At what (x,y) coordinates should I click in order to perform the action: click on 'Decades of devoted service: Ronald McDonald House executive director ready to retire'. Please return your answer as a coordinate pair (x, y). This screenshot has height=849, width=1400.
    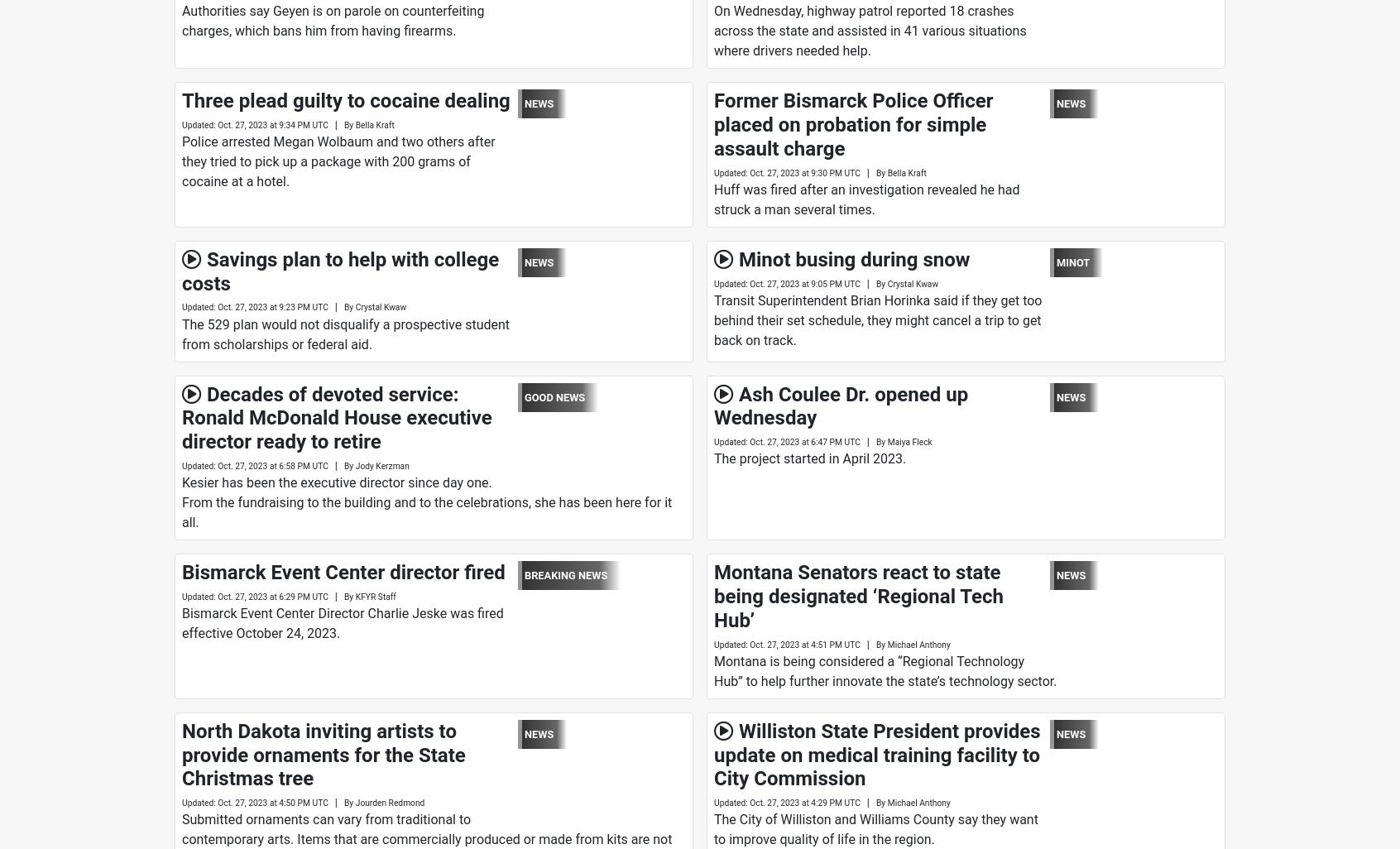
    Looking at the image, I should click on (336, 416).